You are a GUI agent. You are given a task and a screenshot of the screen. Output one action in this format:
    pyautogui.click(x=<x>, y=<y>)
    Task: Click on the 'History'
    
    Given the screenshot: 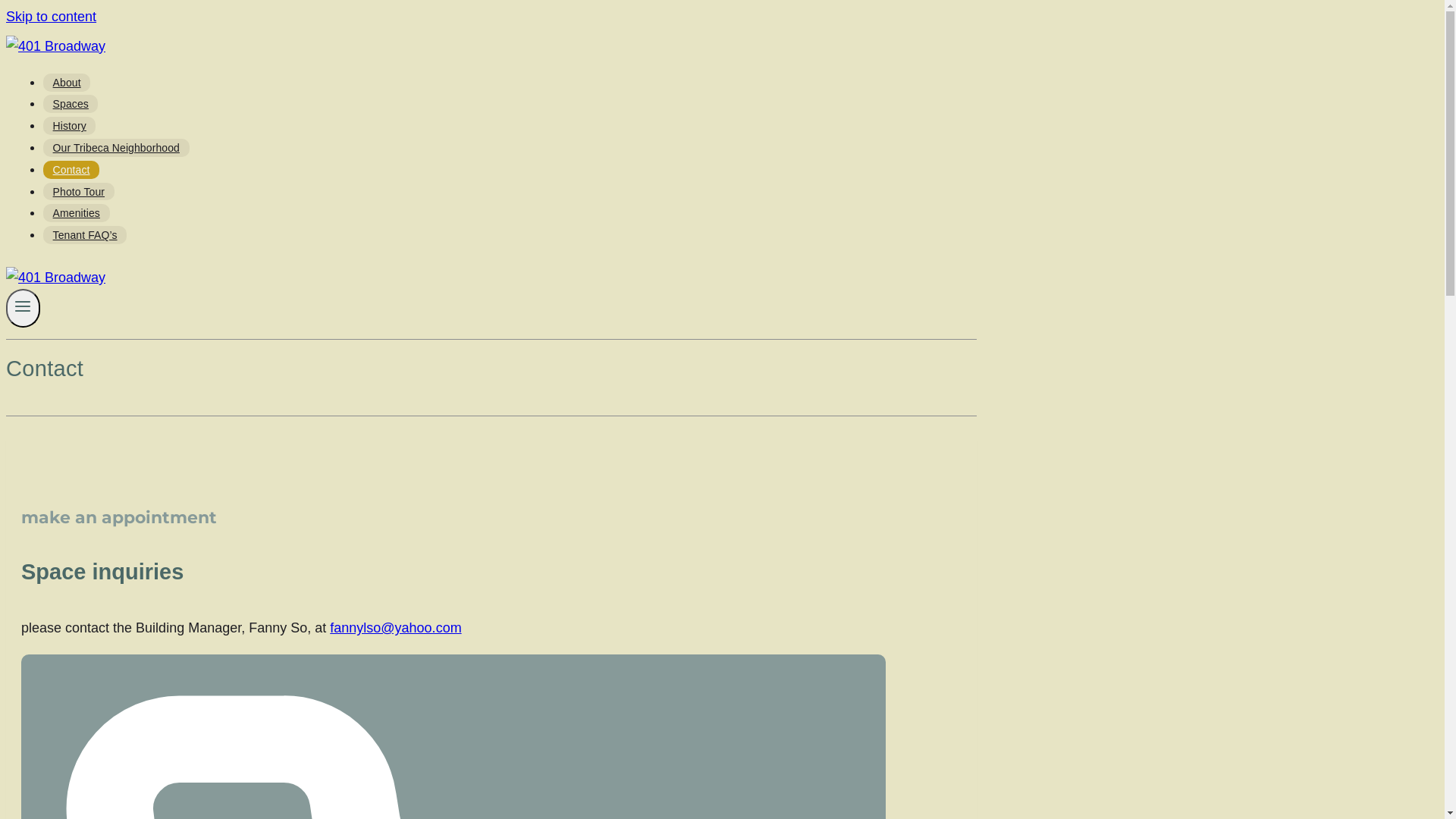 What is the action you would take?
    pyautogui.click(x=68, y=124)
    